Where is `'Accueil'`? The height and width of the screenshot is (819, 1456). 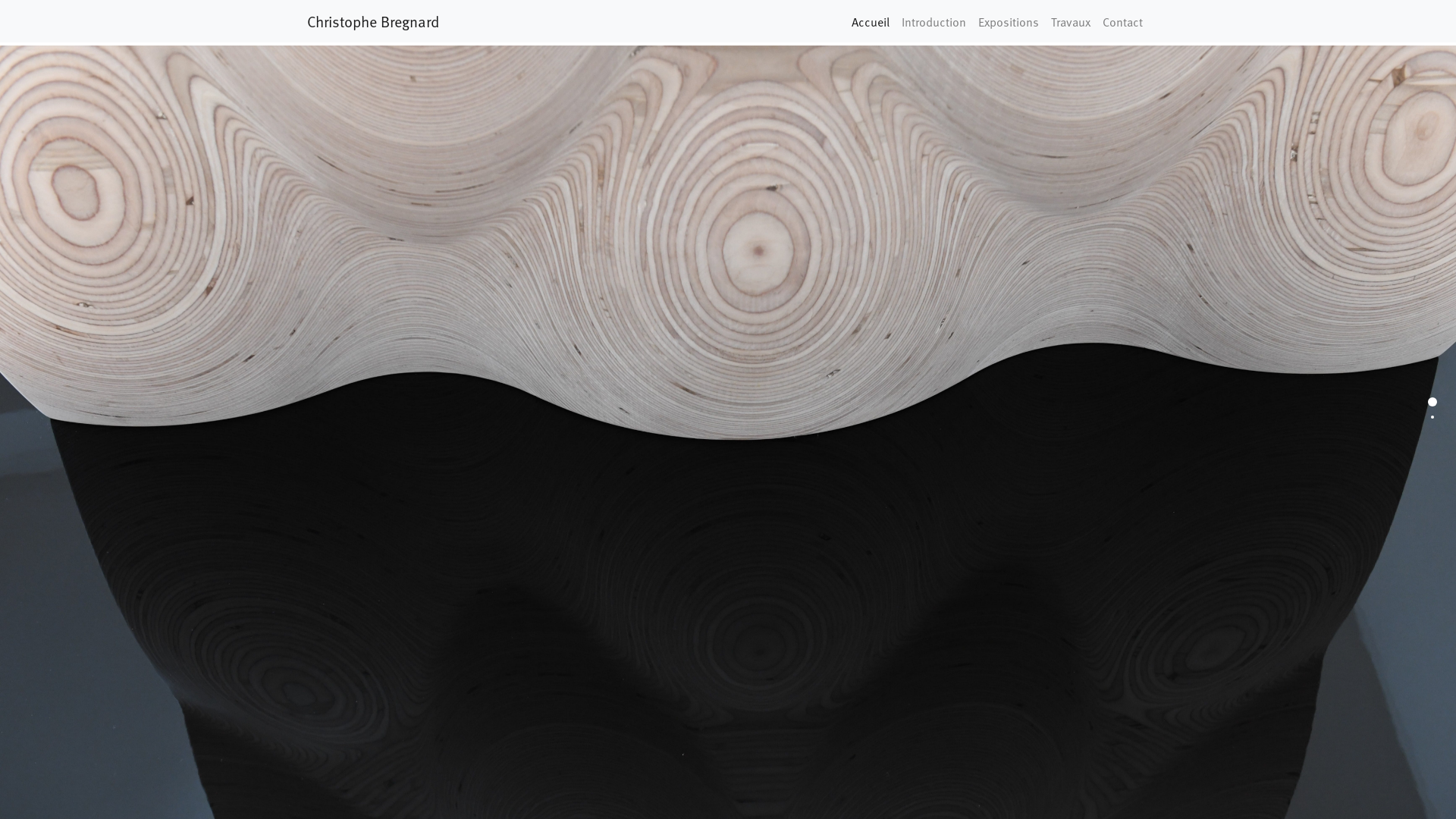 'Accueil' is located at coordinates (844, 20).